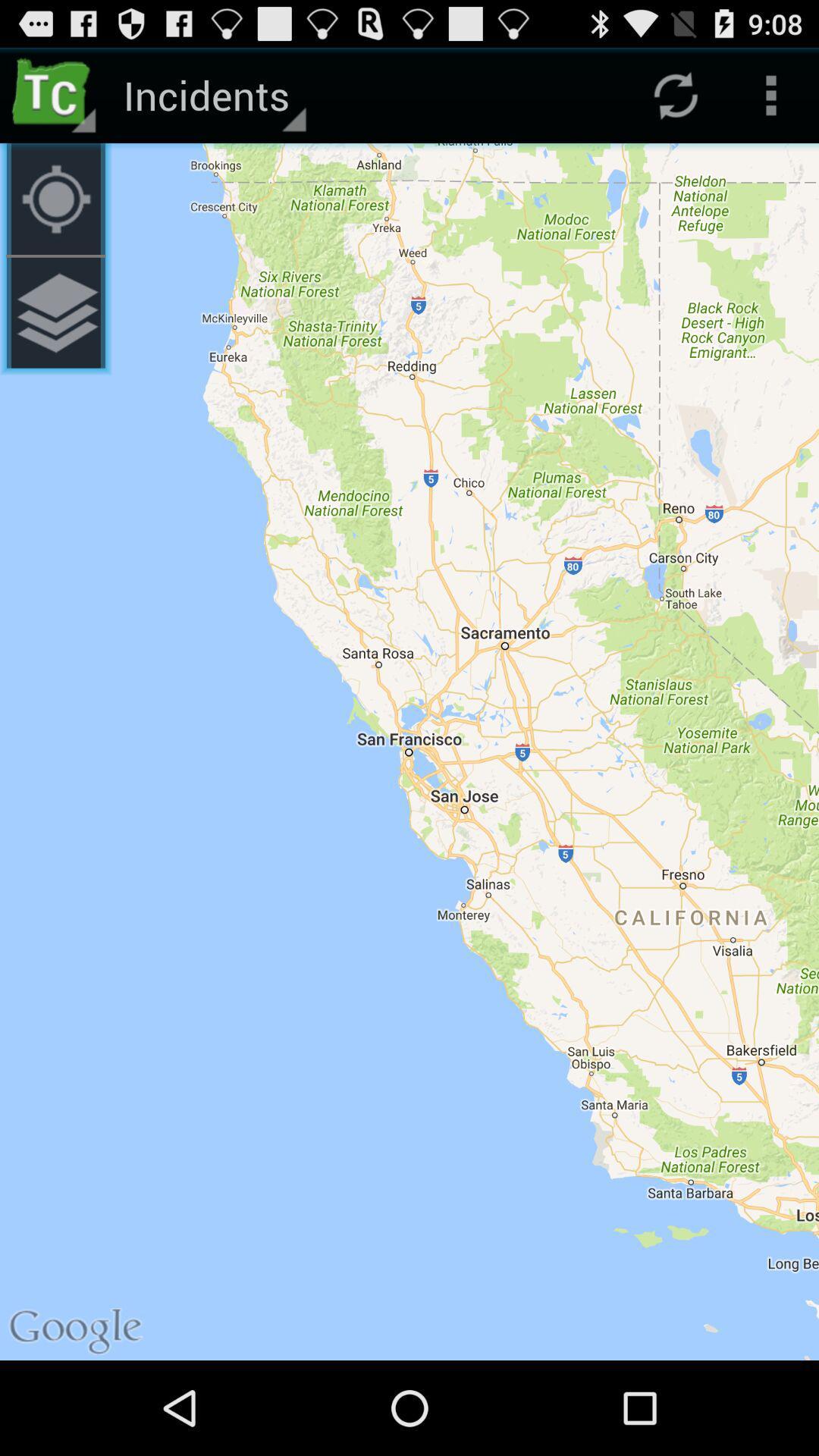 Image resolution: width=819 pixels, height=1456 pixels. I want to click on item at the center, so click(409, 752).